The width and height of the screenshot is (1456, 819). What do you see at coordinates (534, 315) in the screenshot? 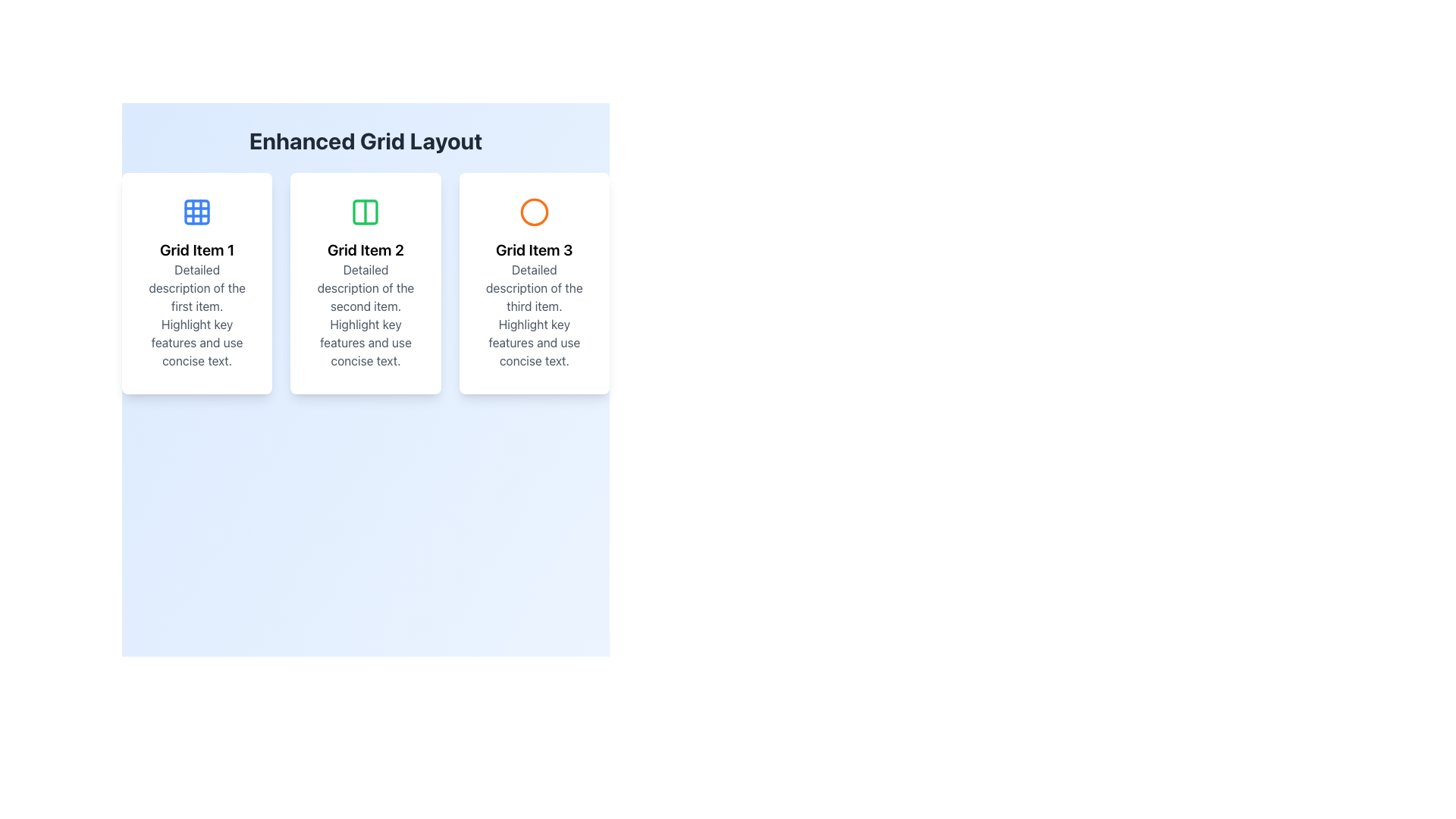
I see `the text block that reads 'Detailed description of the third item. Highlight key features and use concise text.' within the card titled 'Grid Item 3'` at bounding box center [534, 315].